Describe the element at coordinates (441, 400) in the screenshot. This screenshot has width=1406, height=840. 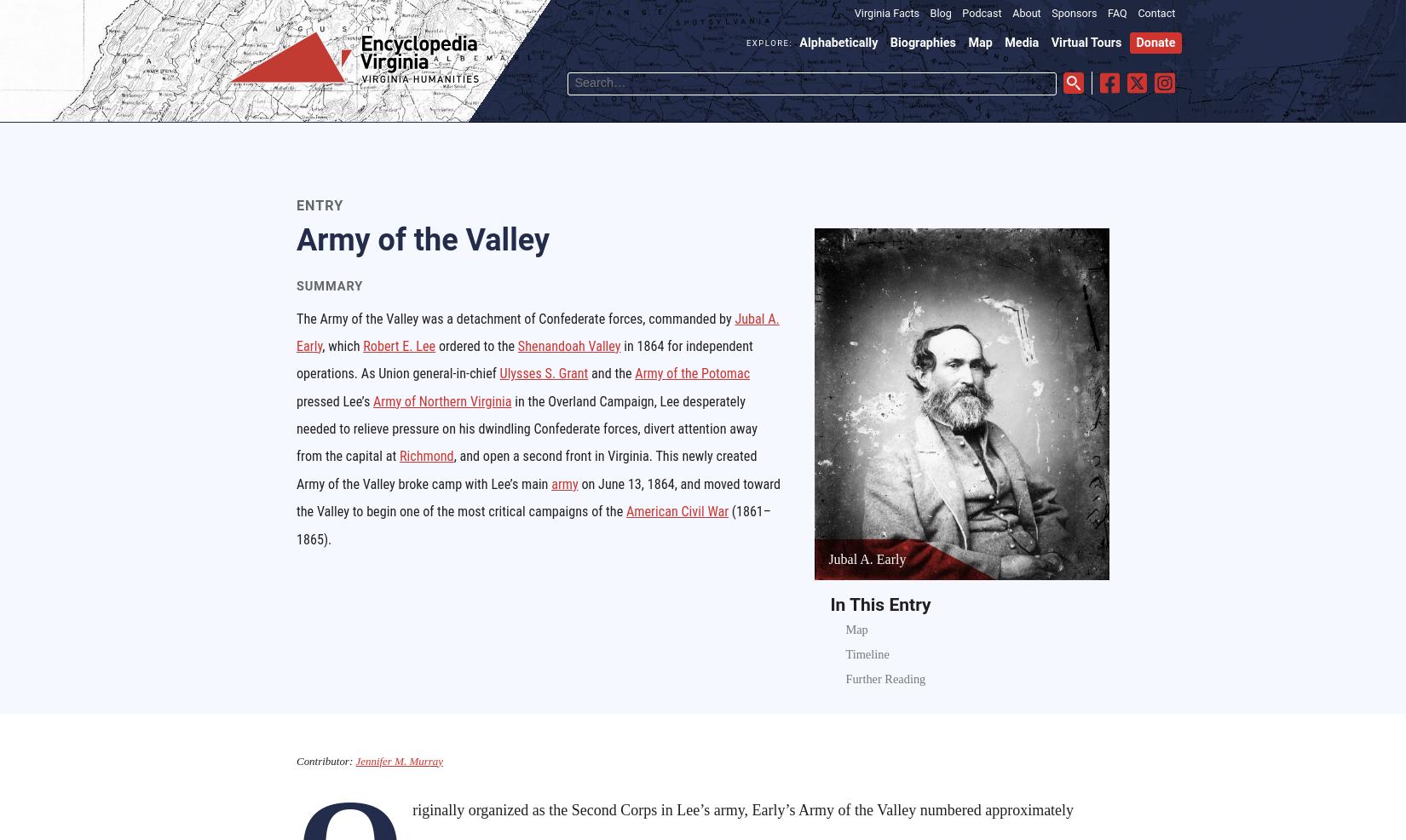
I see `'Army of Northern Virginia'` at that location.